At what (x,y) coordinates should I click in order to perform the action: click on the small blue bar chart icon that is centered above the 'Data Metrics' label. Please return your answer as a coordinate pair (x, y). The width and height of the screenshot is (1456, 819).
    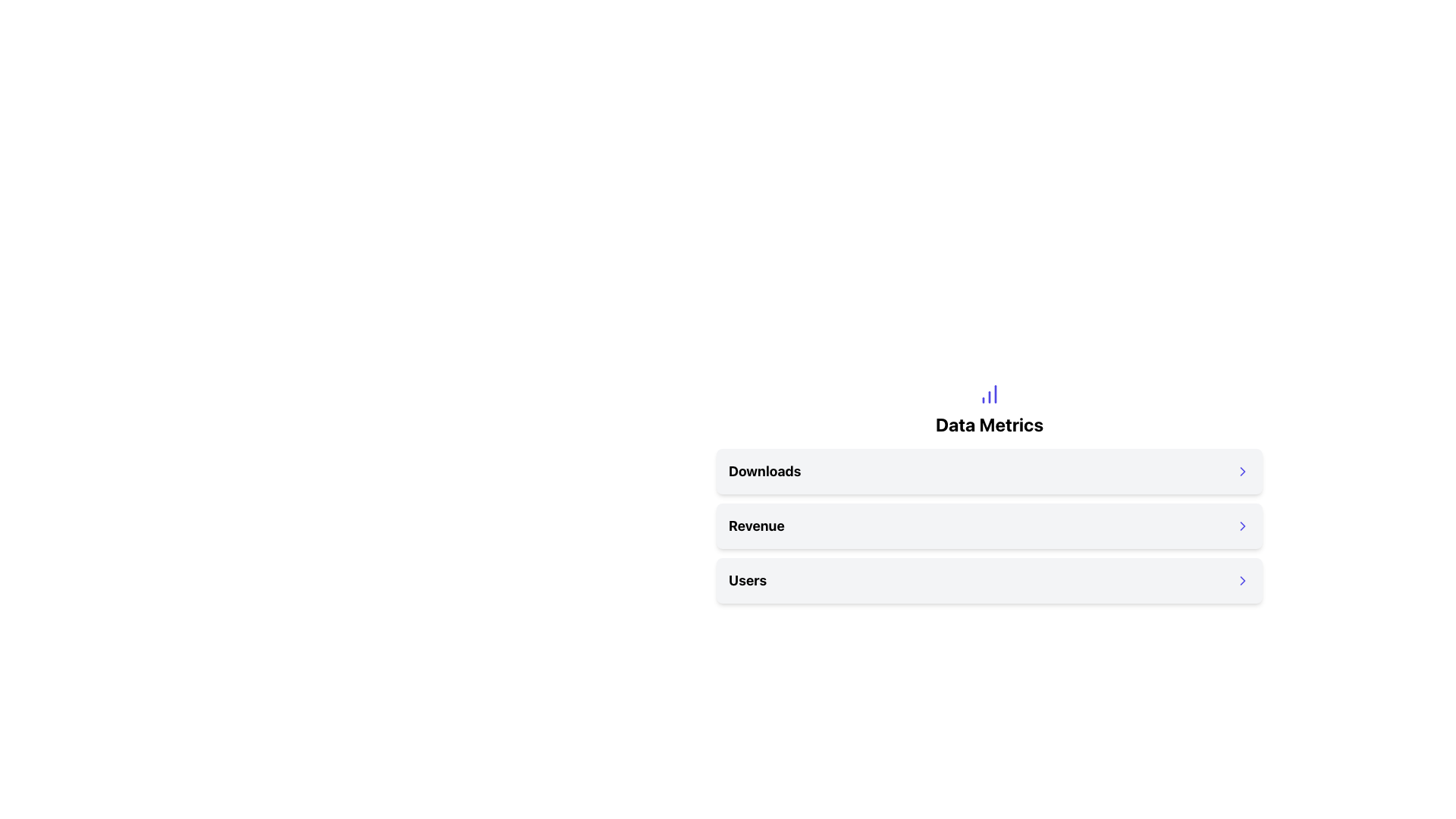
    Looking at the image, I should click on (990, 394).